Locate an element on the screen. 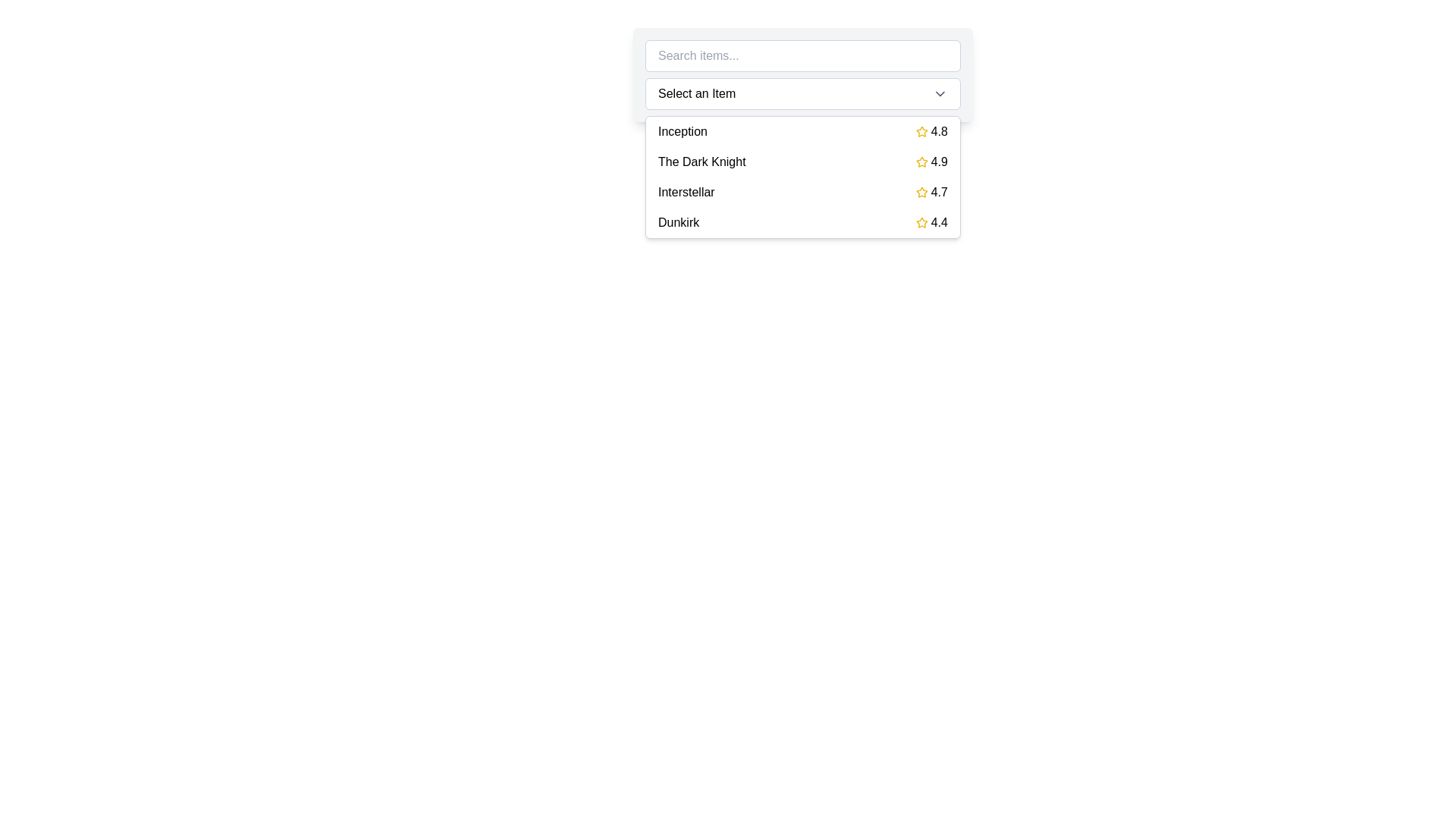 Image resolution: width=1456 pixels, height=819 pixels. the rating display component showing the numerical text '4.8' and the adjacent star icon for the movie 'Inception' in the dropdown menu is located at coordinates (930, 130).